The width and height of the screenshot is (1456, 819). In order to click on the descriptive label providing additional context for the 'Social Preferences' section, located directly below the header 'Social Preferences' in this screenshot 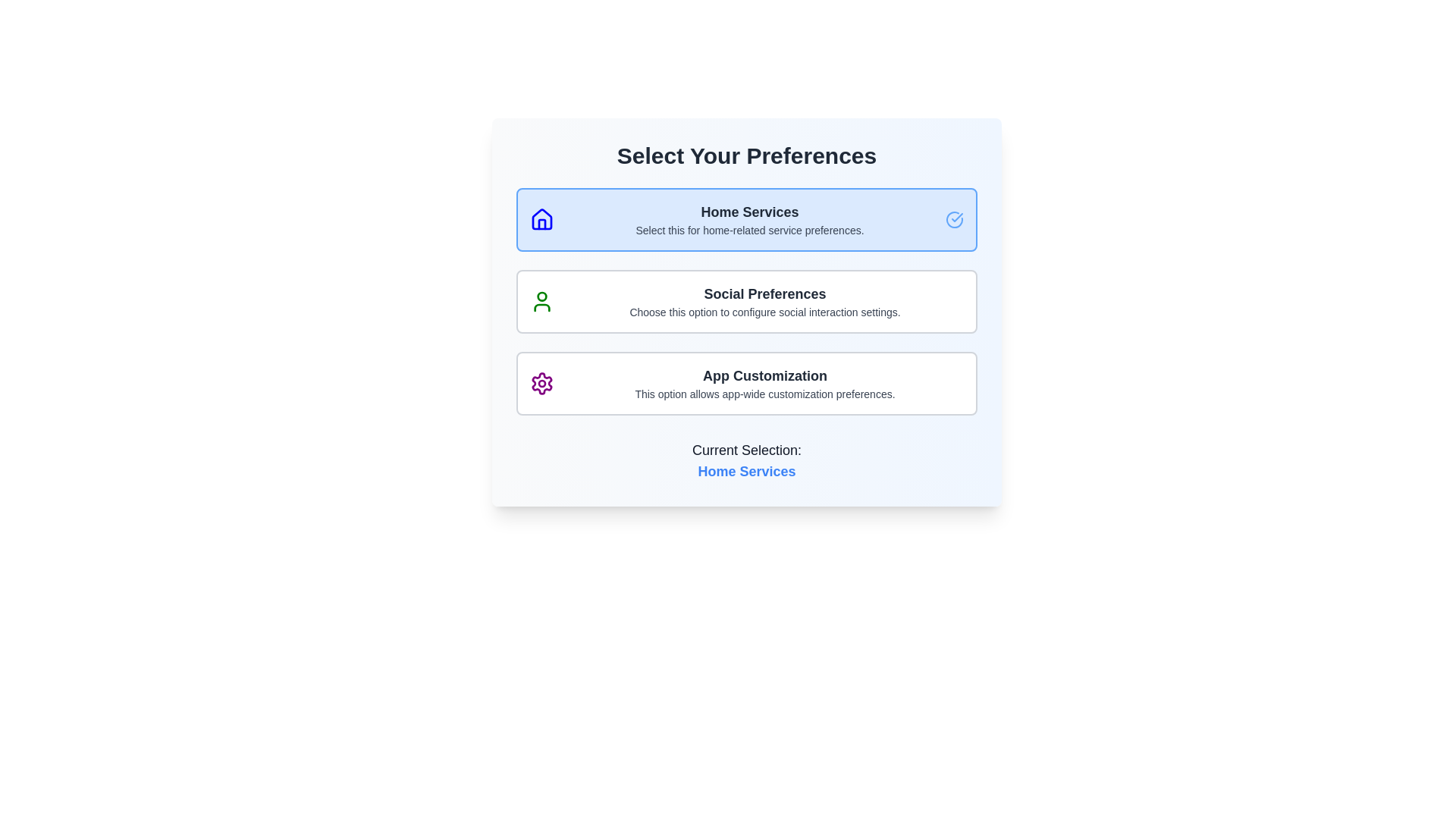, I will do `click(764, 312)`.